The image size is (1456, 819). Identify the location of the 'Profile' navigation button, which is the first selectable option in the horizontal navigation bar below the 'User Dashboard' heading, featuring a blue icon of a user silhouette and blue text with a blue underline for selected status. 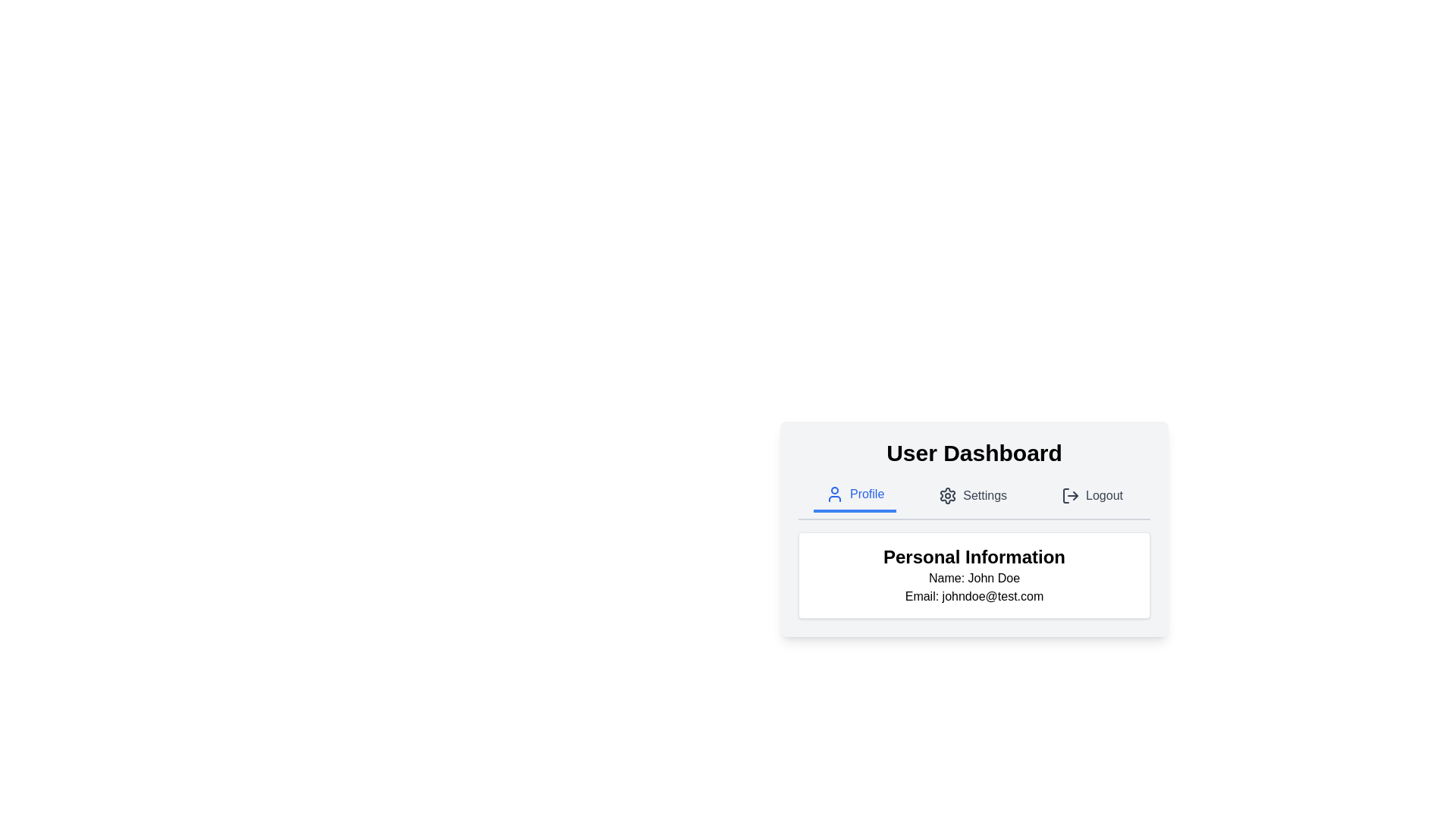
(855, 496).